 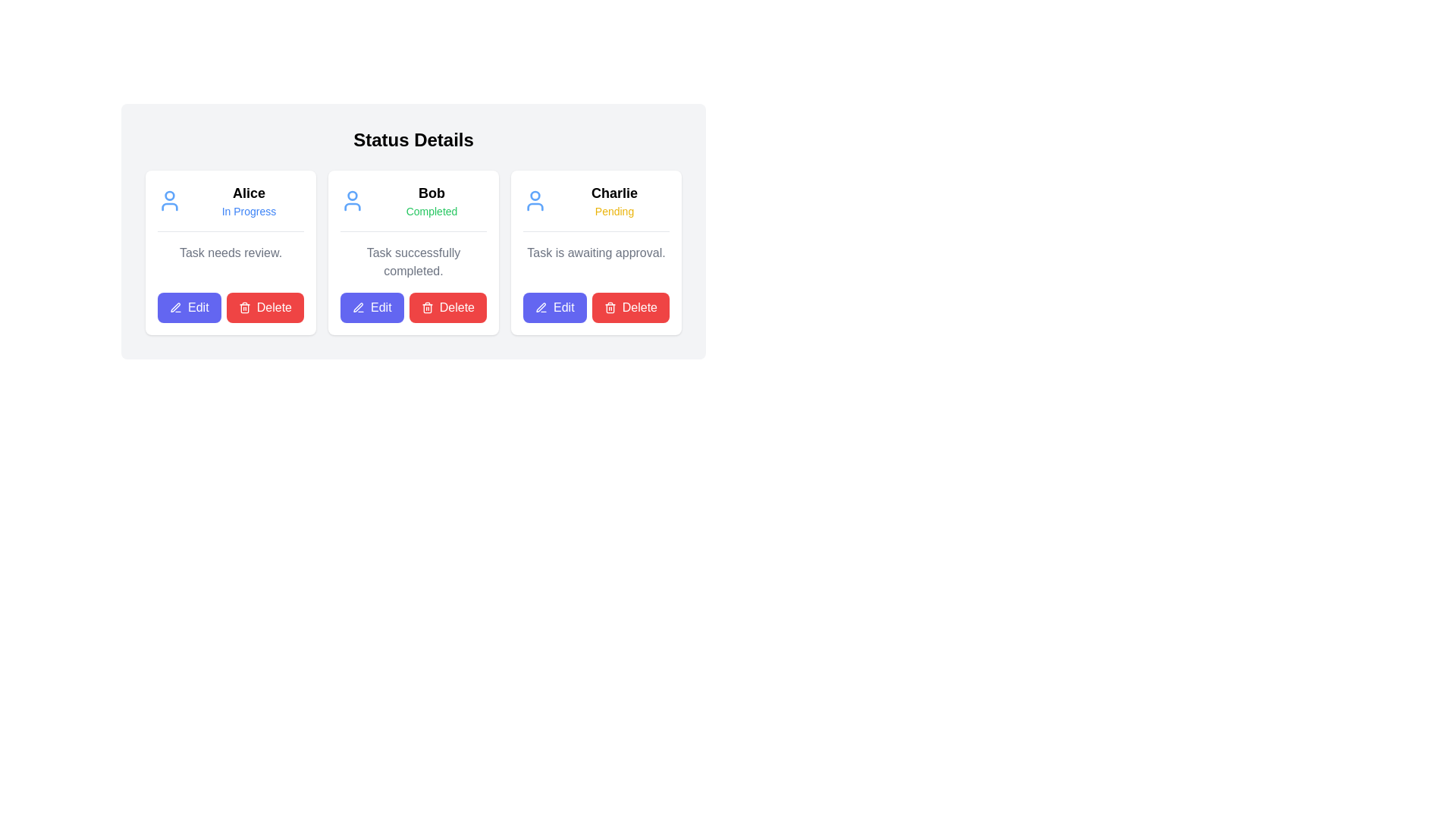 What do you see at coordinates (447, 307) in the screenshot?
I see `the deletion button located to the right of the blue 'Edit' button in the middle column of the layout` at bounding box center [447, 307].